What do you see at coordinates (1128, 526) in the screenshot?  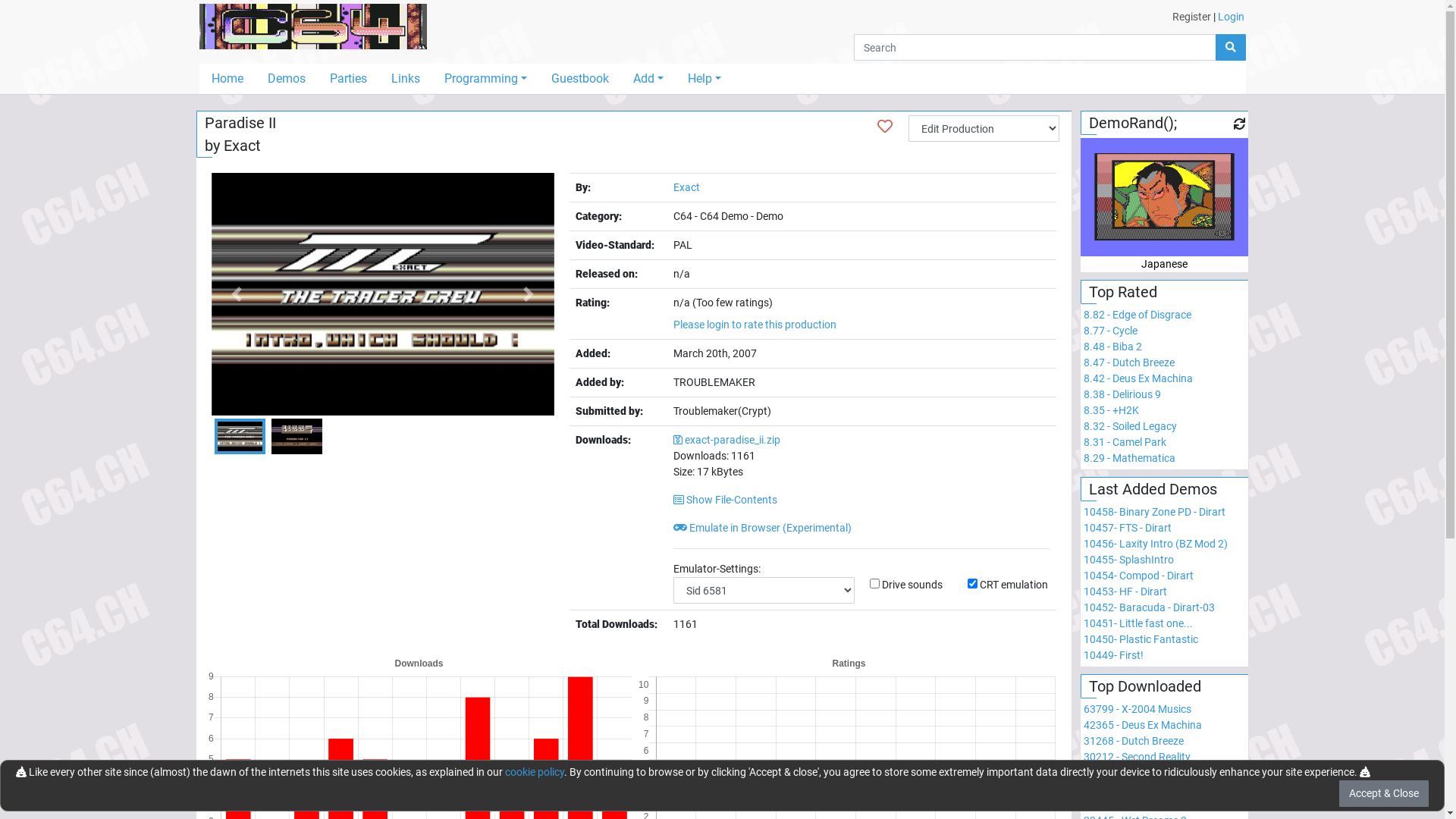 I see `'10457- FTS - Dirart'` at bounding box center [1128, 526].